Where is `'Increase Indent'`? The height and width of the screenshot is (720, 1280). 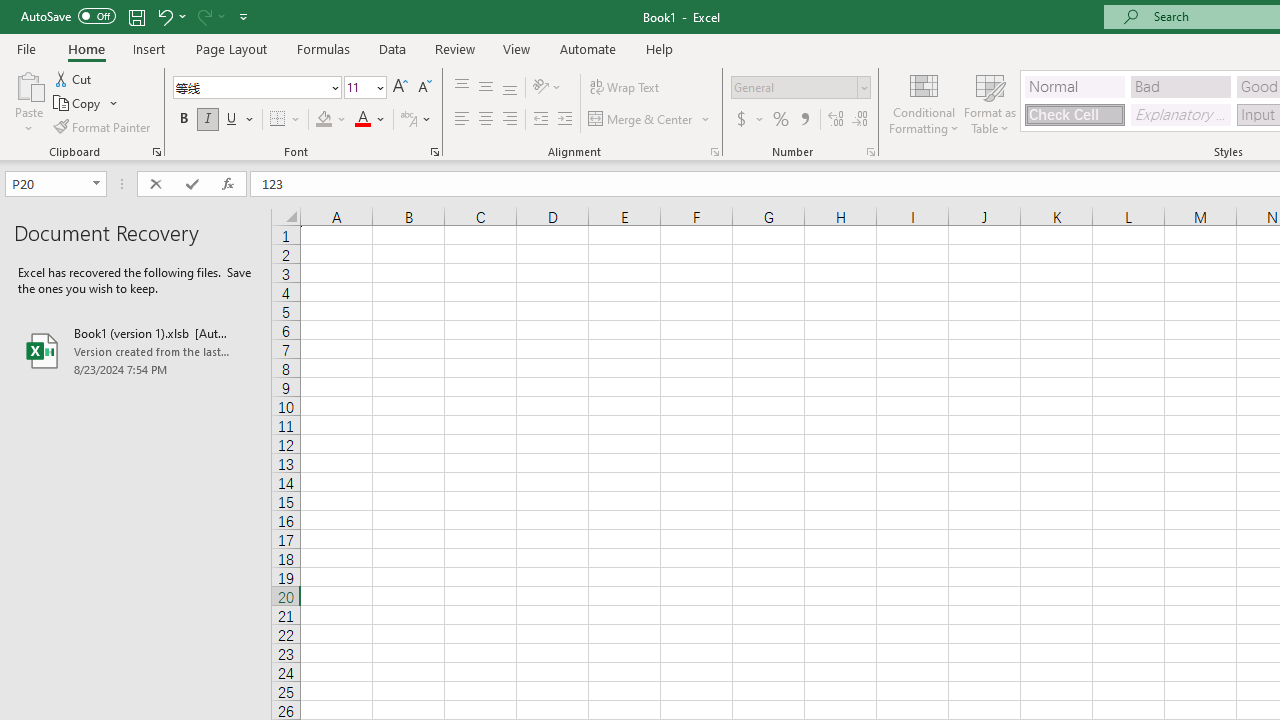
'Increase Indent' is located at coordinates (564, 119).